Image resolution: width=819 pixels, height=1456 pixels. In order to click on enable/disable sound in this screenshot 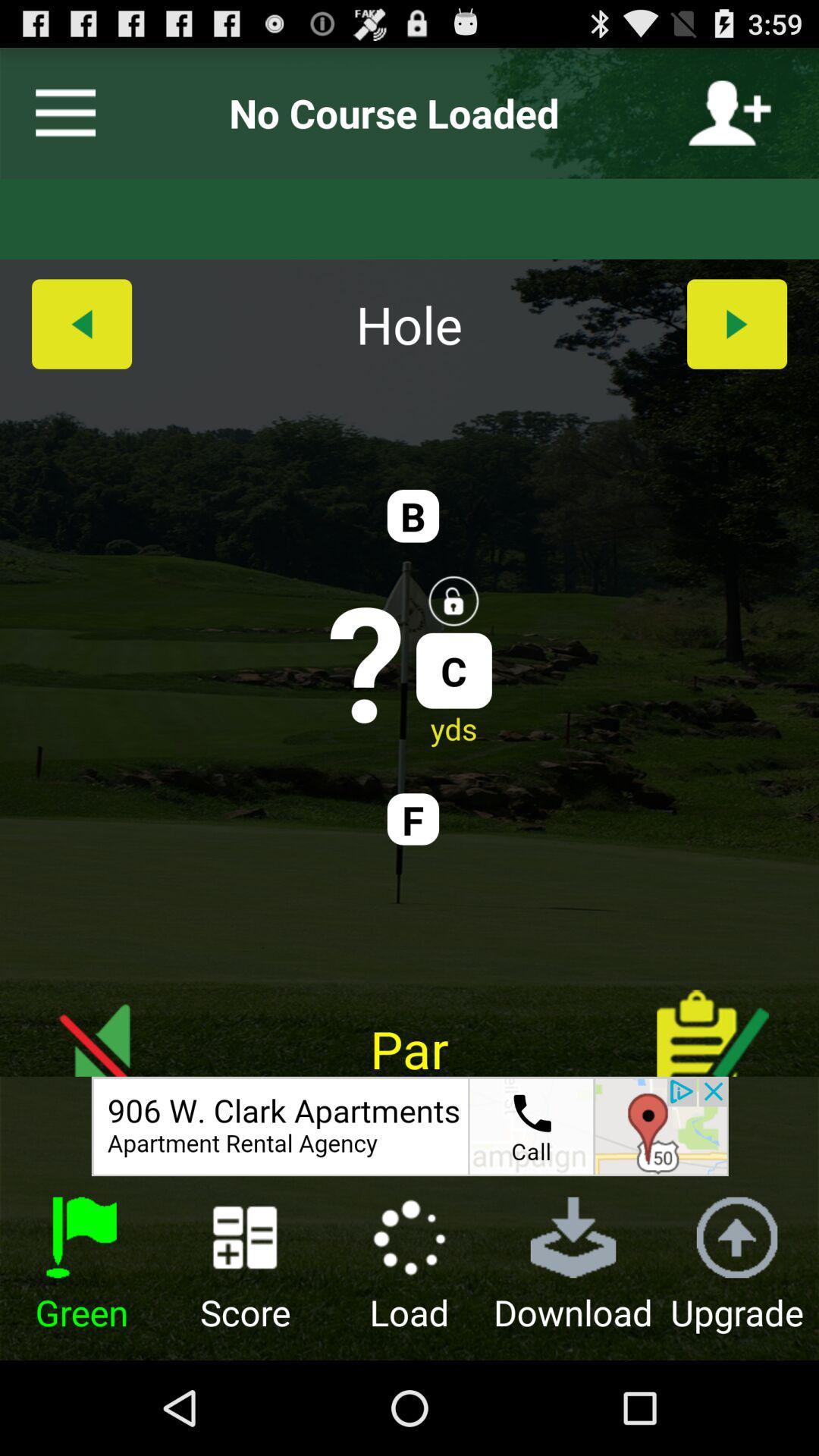, I will do `click(105, 1021)`.